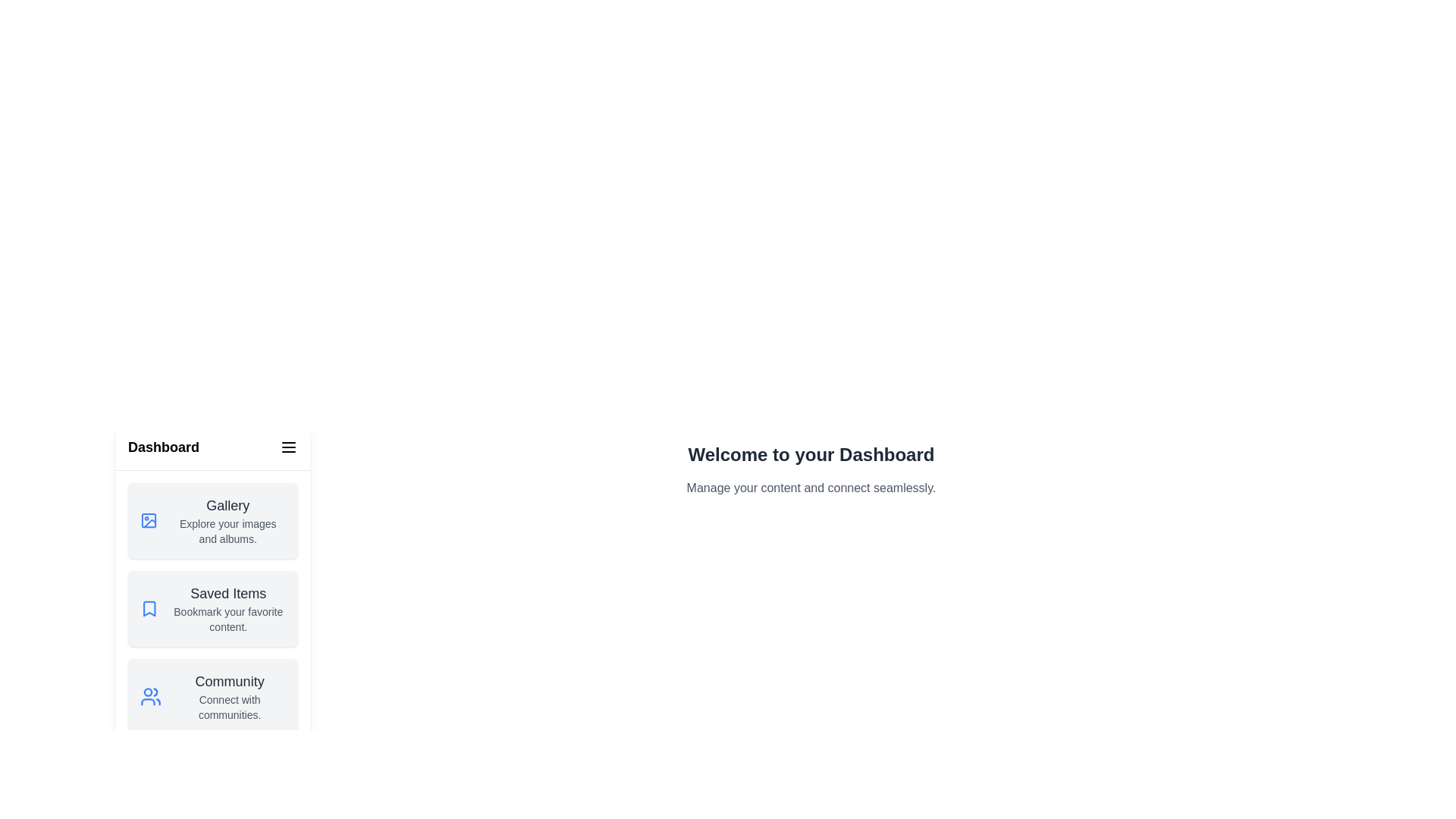 The image size is (1456, 819). I want to click on the section Saved Items to observe its hover effect, so click(212, 607).